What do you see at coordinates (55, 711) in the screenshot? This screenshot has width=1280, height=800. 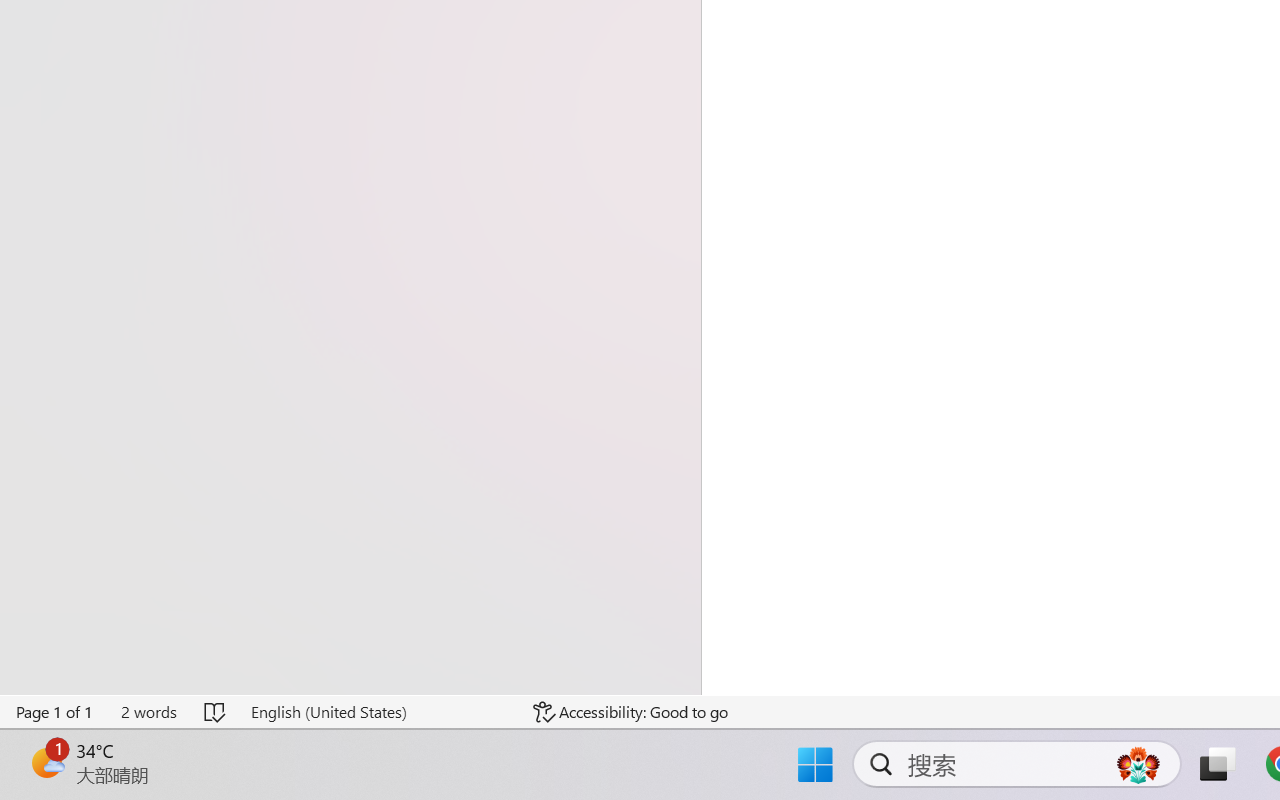 I see `'Page Number Page 1 of 1'` at bounding box center [55, 711].